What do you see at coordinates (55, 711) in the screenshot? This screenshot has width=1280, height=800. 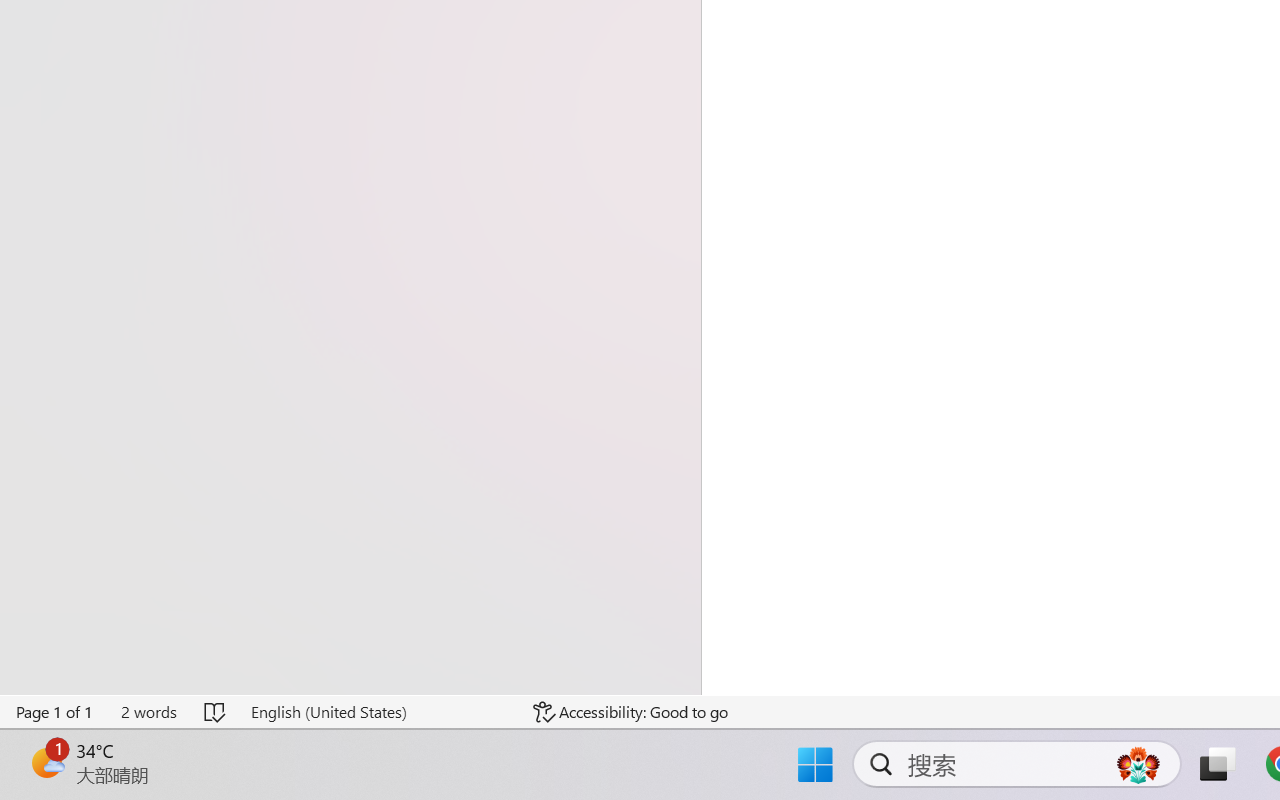 I see `'Page Number Page 1 of 1'` at bounding box center [55, 711].